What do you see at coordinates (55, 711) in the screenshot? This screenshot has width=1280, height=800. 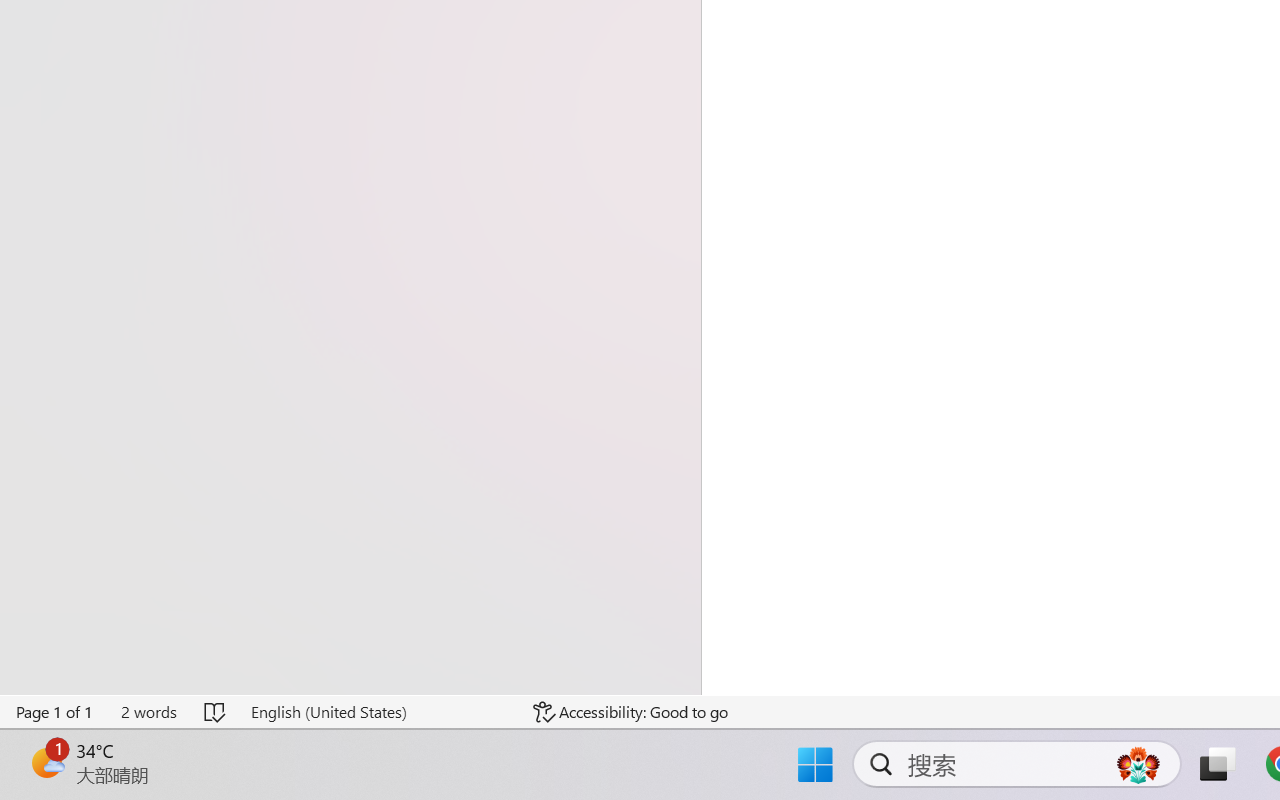 I see `'Page Number Page 1 of 1'` at bounding box center [55, 711].